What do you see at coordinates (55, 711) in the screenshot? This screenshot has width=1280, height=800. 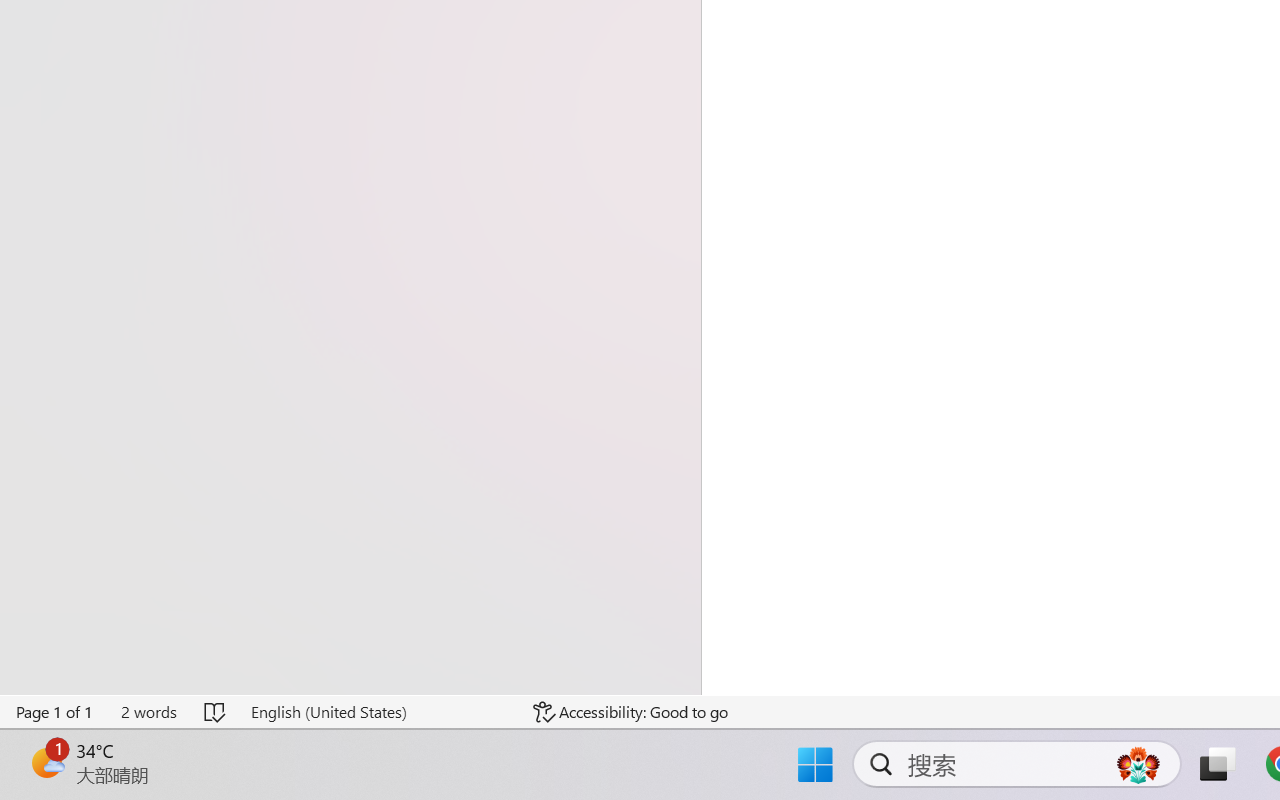 I see `'Page Number Page 1 of 1'` at bounding box center [55, 711].